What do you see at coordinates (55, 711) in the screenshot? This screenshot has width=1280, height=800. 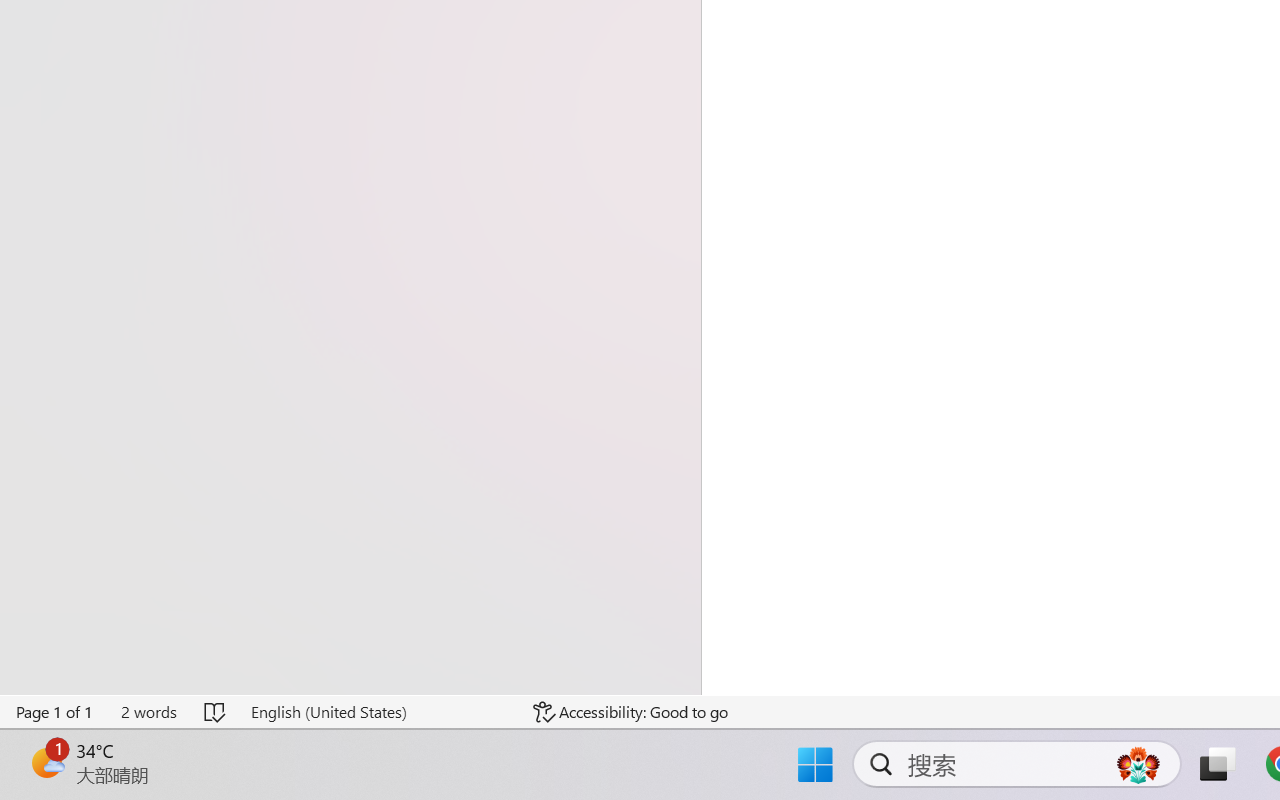 I see `'Page Number Page 1 of 1'` at bounding box center [55, 711].